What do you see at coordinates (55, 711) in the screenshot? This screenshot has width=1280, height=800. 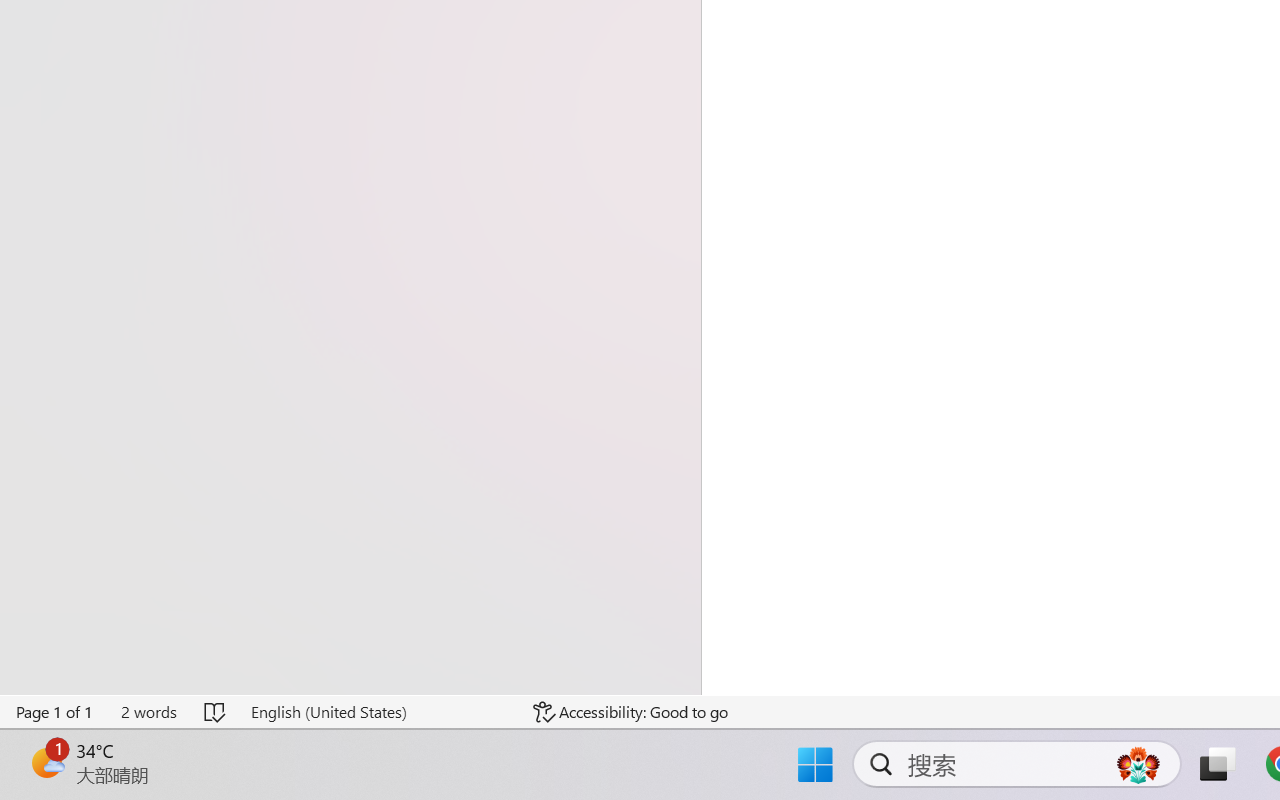 I see `'Page Number Page 1 of 1'` at bounding box center [55, 711].